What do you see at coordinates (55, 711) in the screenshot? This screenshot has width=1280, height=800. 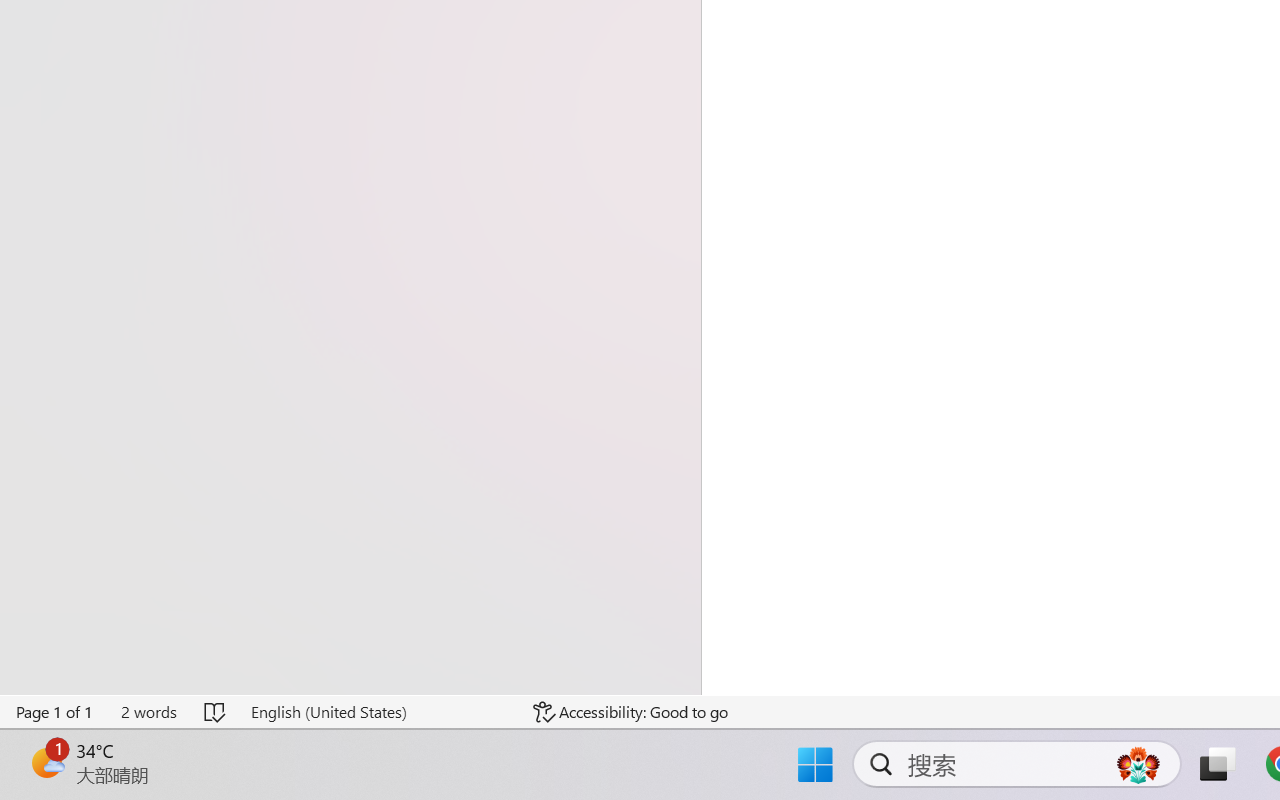 I see `'Page Number Page 1 of 1'` at bounding box center [55, 711].